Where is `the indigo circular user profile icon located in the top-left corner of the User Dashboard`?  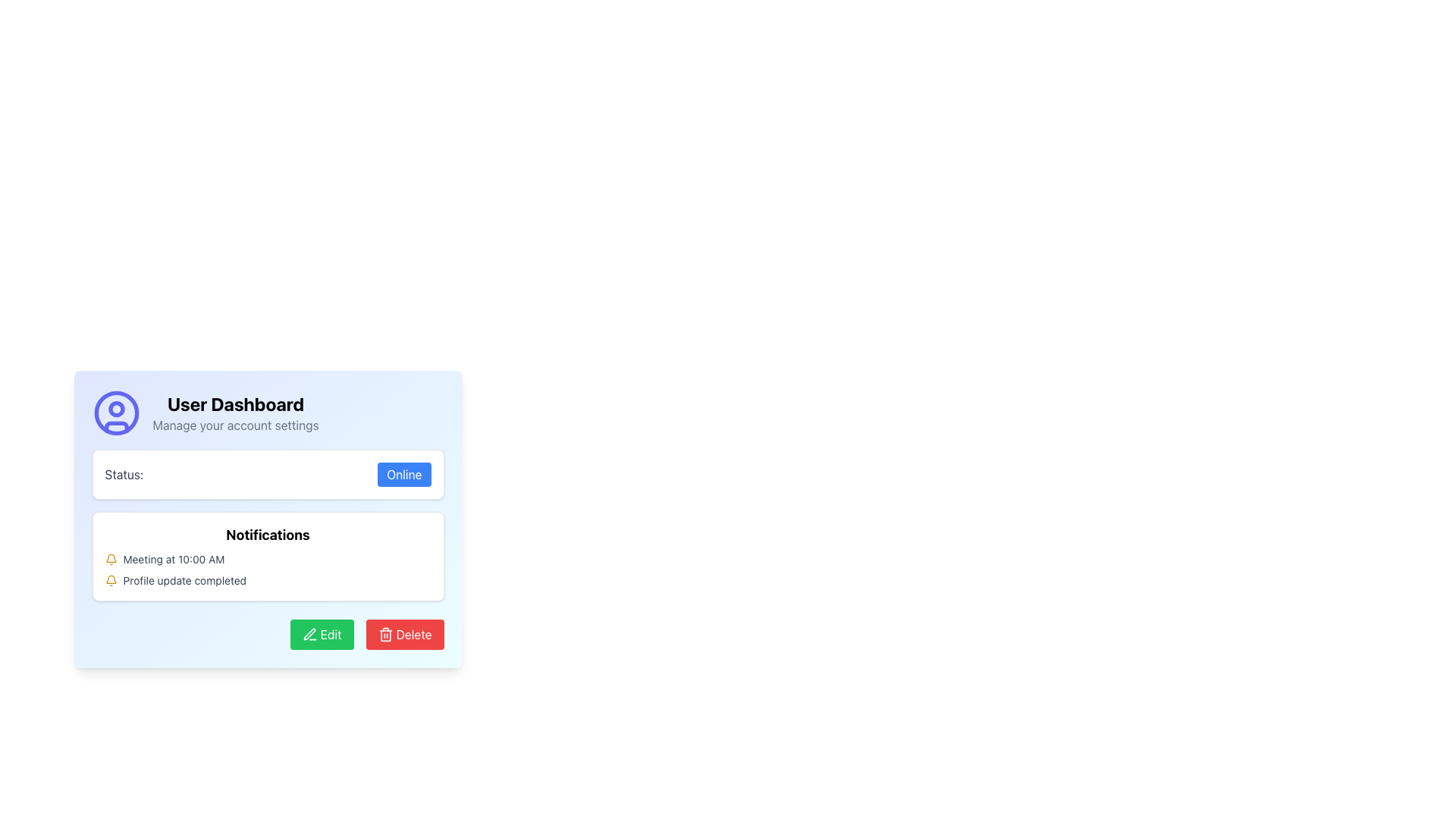
the indigo circular user profile icon located in the top-left corner of the User Dashboard is located at coordinates (115, 413).